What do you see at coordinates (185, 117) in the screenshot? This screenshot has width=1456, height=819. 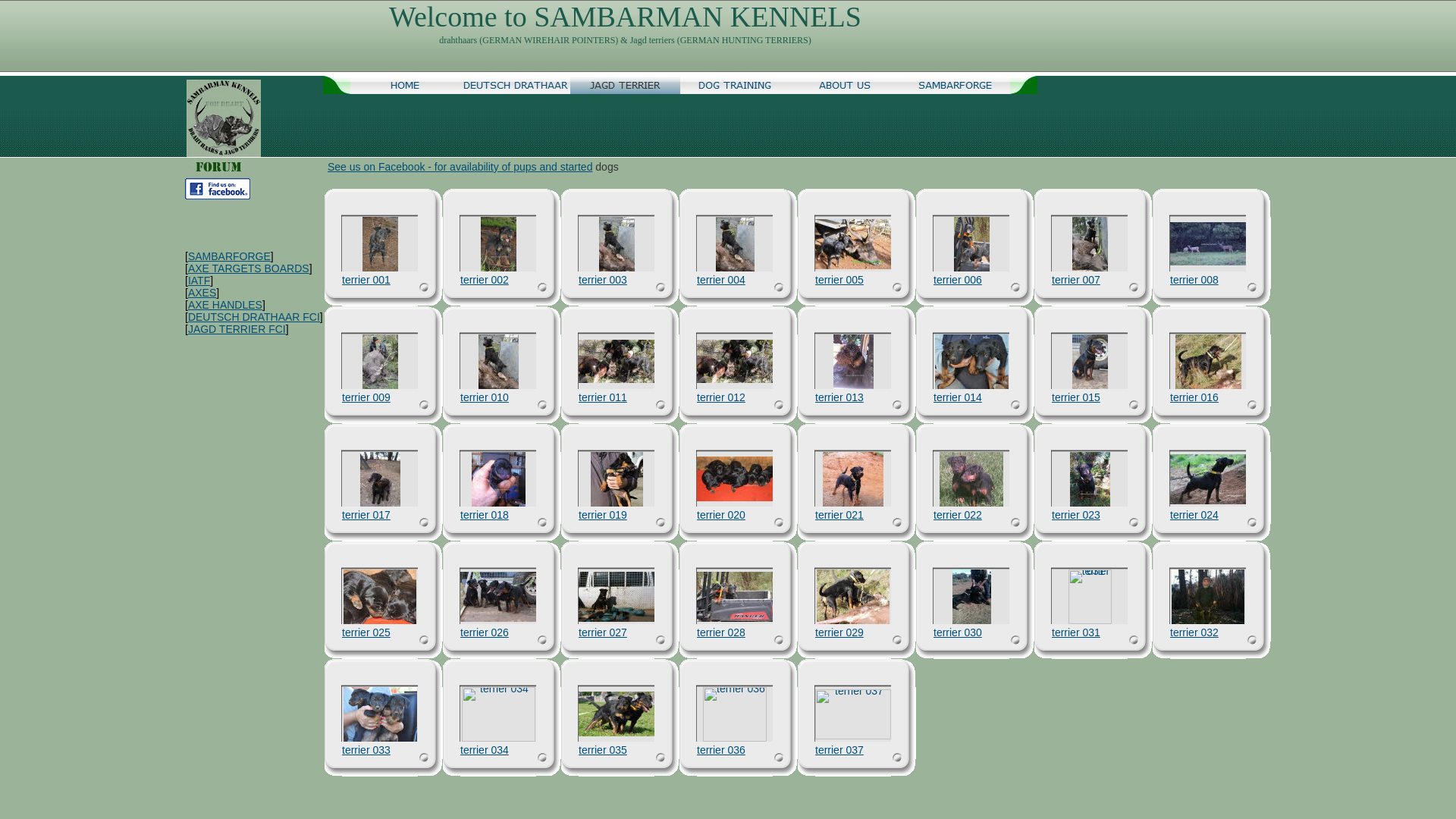 I see `'sambarman kennels'` at bounding box center [185, 117].